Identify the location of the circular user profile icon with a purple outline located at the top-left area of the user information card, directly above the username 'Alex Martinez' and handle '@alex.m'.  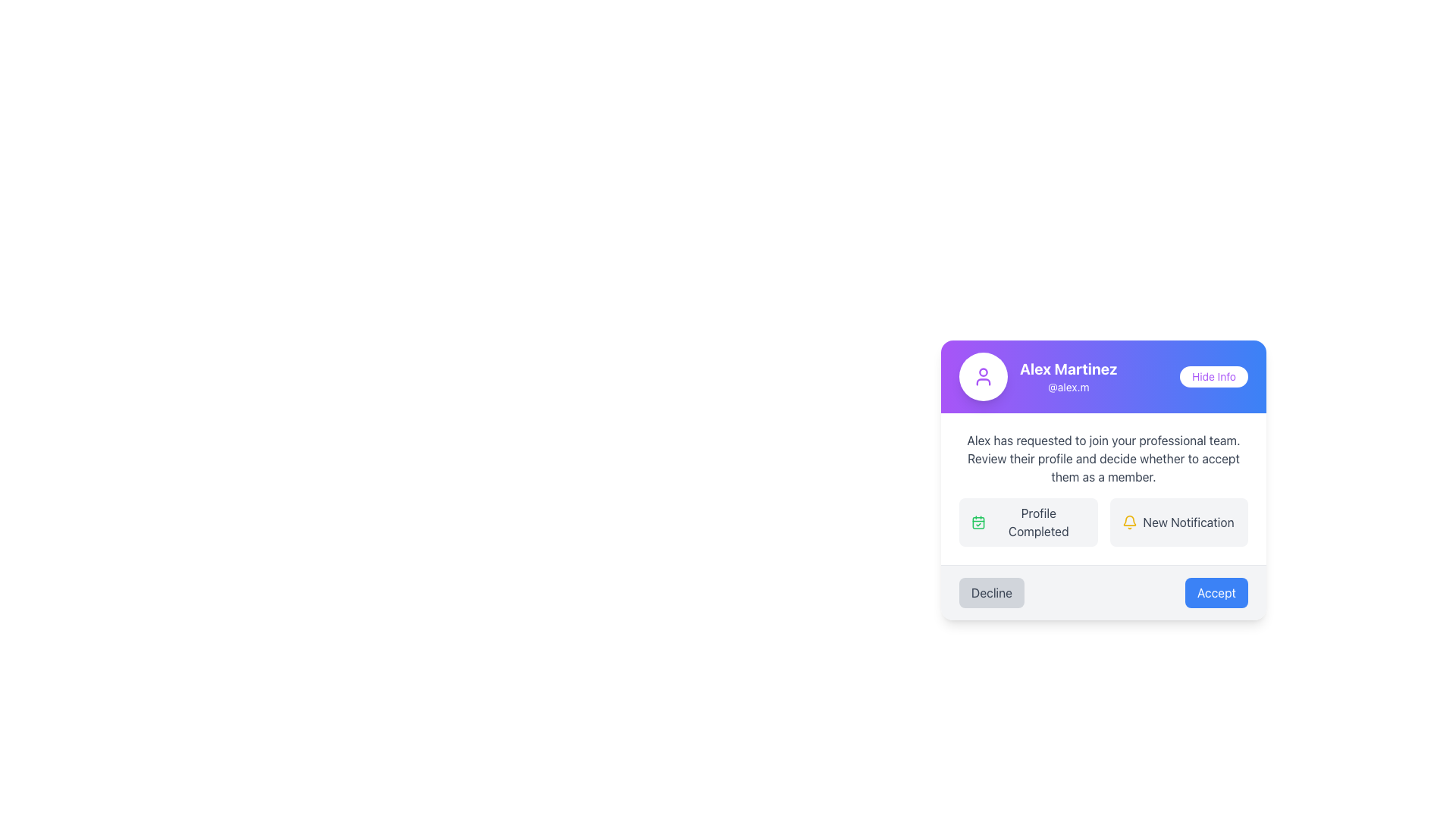
(983, 376).